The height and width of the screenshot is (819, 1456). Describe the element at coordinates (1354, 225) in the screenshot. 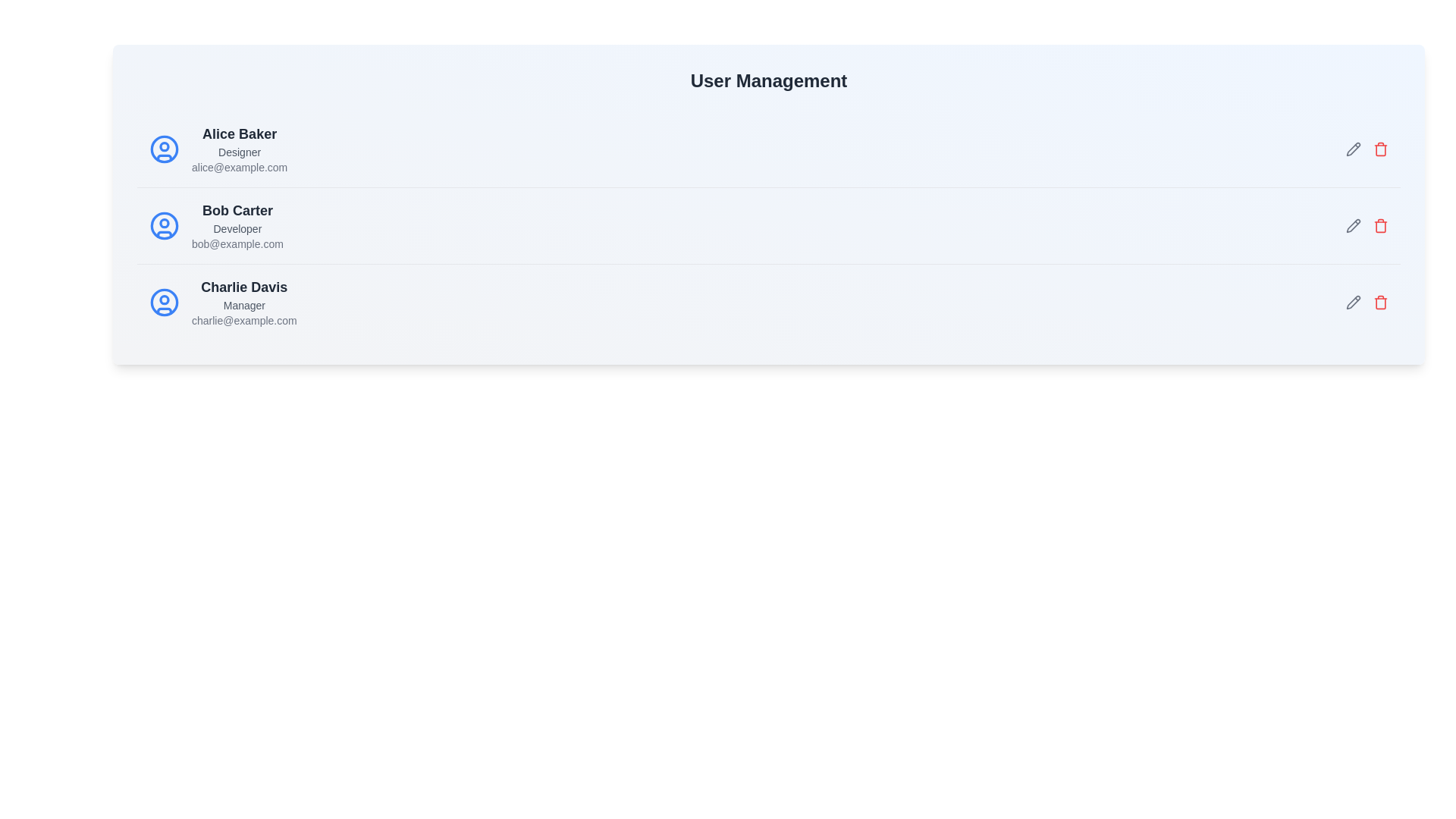

I see `the edit icon for the user Bob Carter` at that location.